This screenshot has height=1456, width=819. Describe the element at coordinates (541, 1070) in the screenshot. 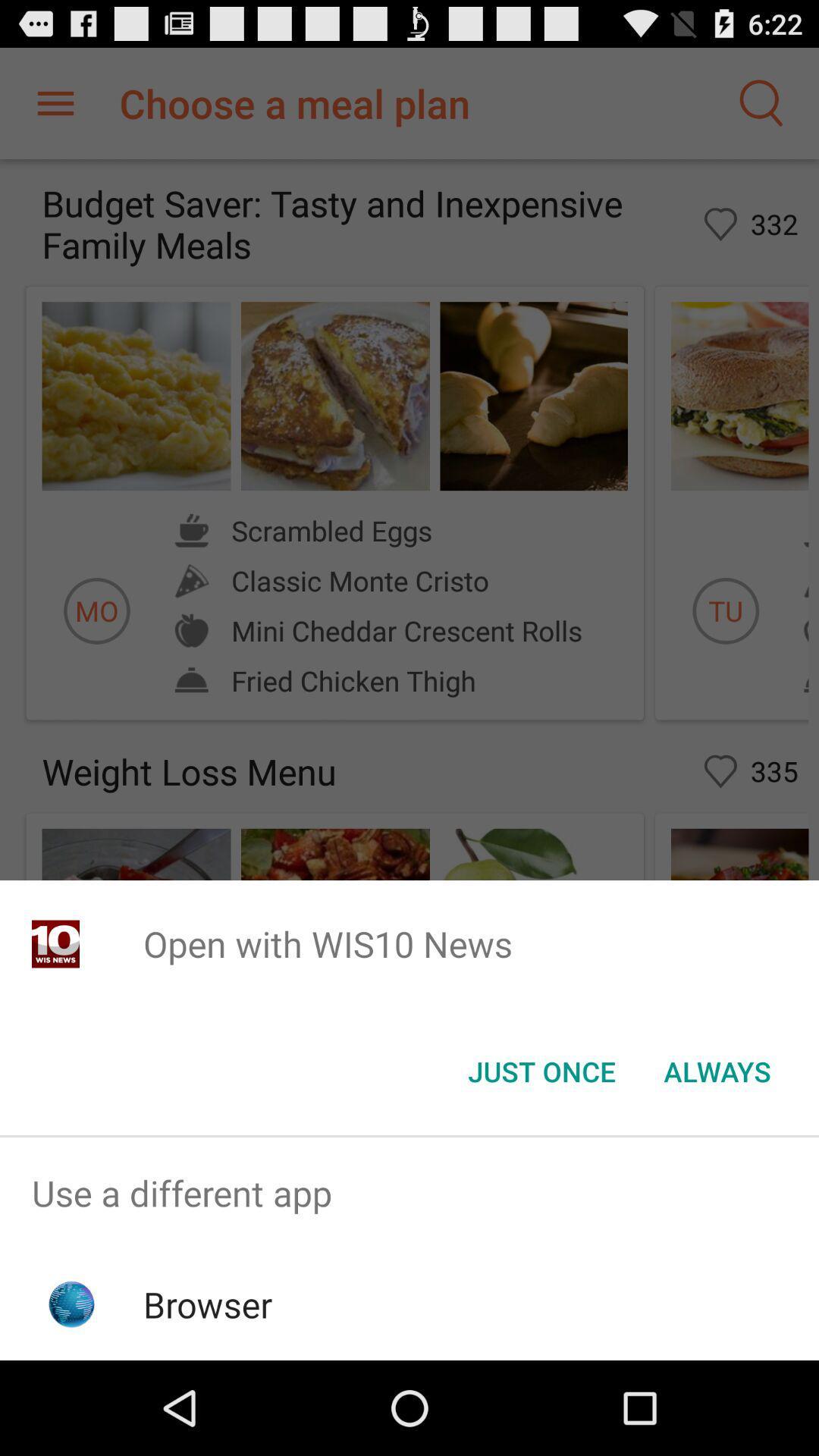

I see `the just once item` at that location.